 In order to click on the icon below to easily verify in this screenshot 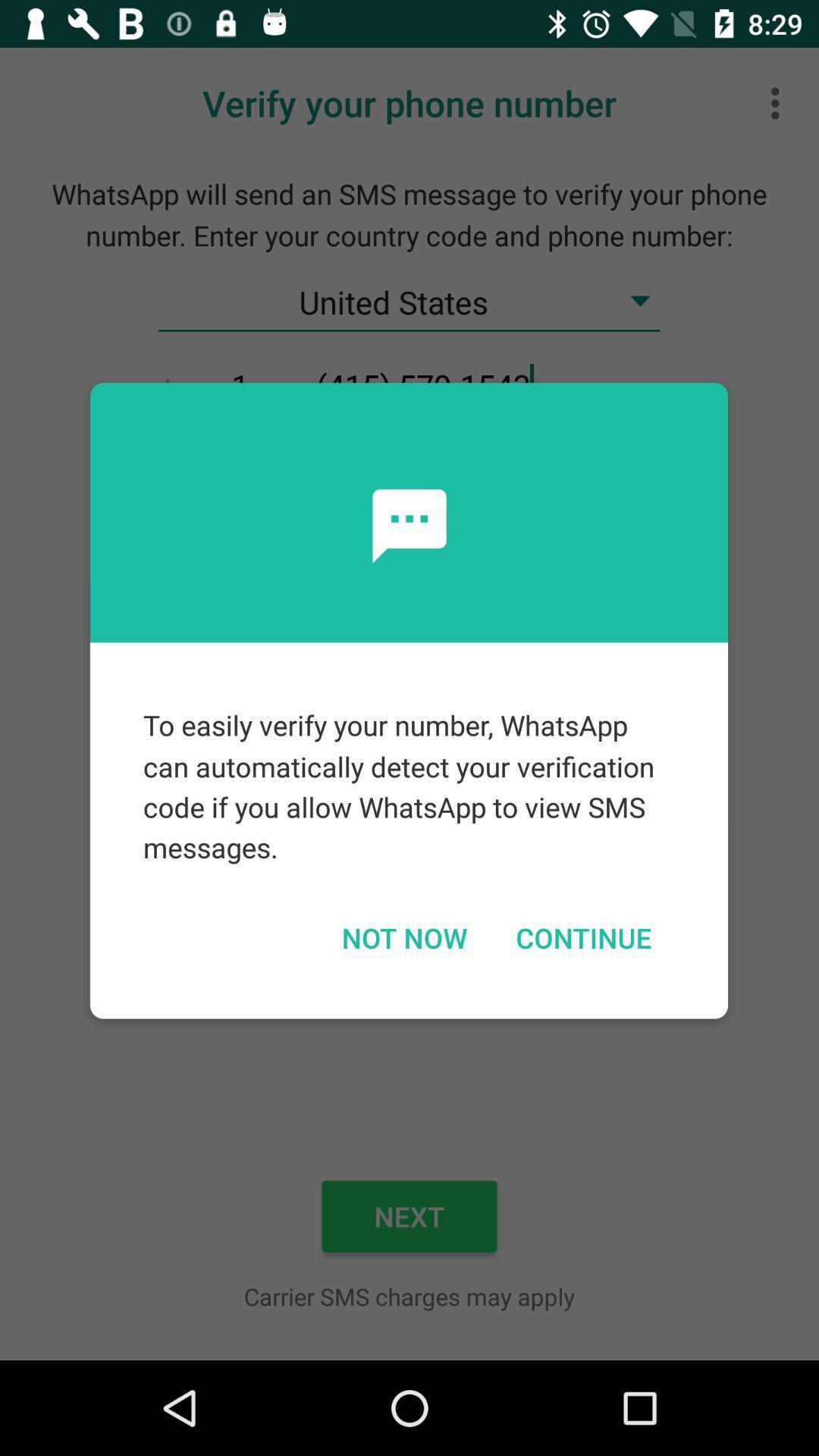, I will do `click(403, 937)`.